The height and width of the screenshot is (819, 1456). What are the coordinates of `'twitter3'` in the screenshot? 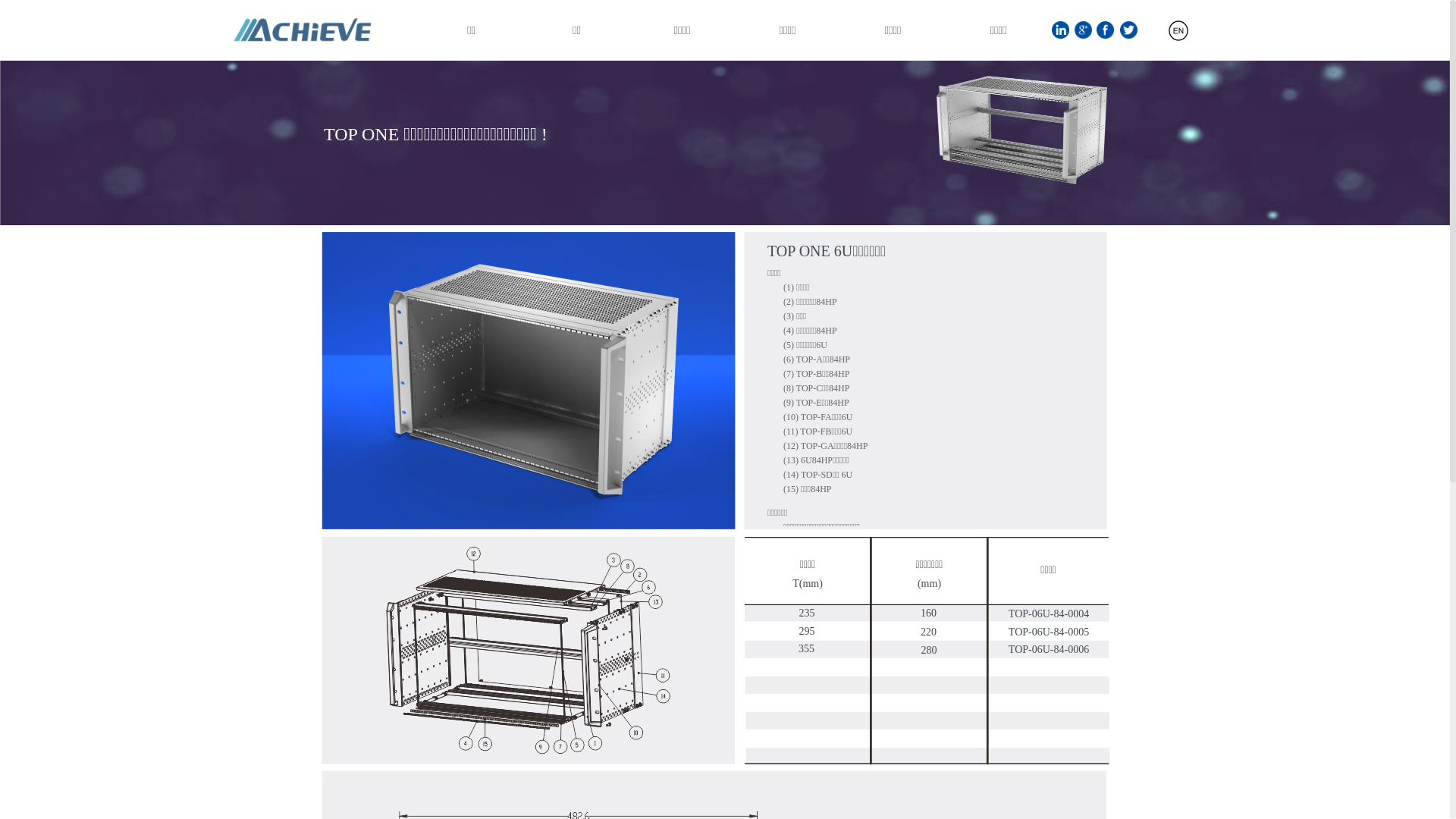 It's located at (1128, 30).